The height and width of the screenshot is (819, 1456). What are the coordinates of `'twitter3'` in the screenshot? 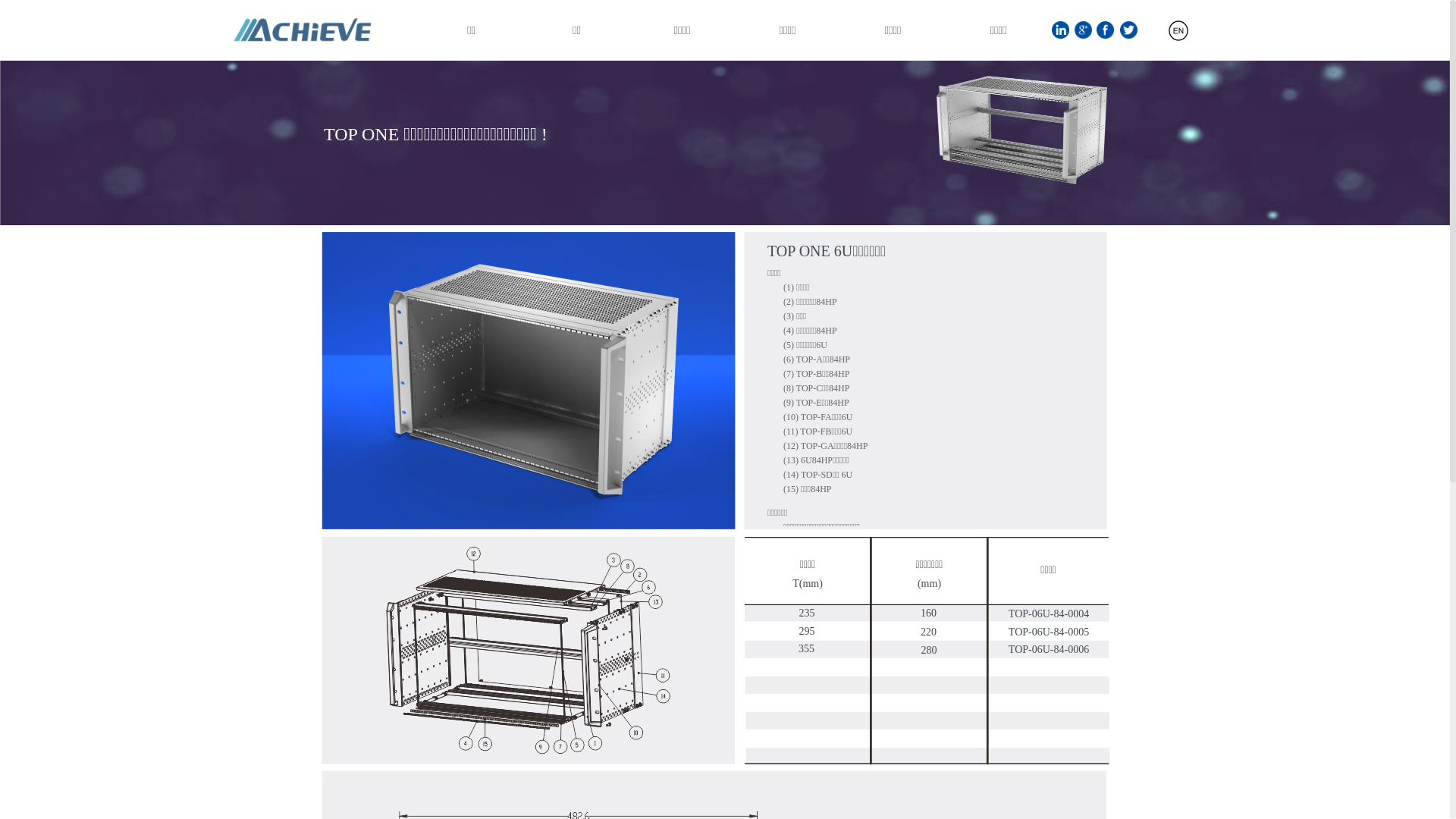 It's located at (1128, 30).